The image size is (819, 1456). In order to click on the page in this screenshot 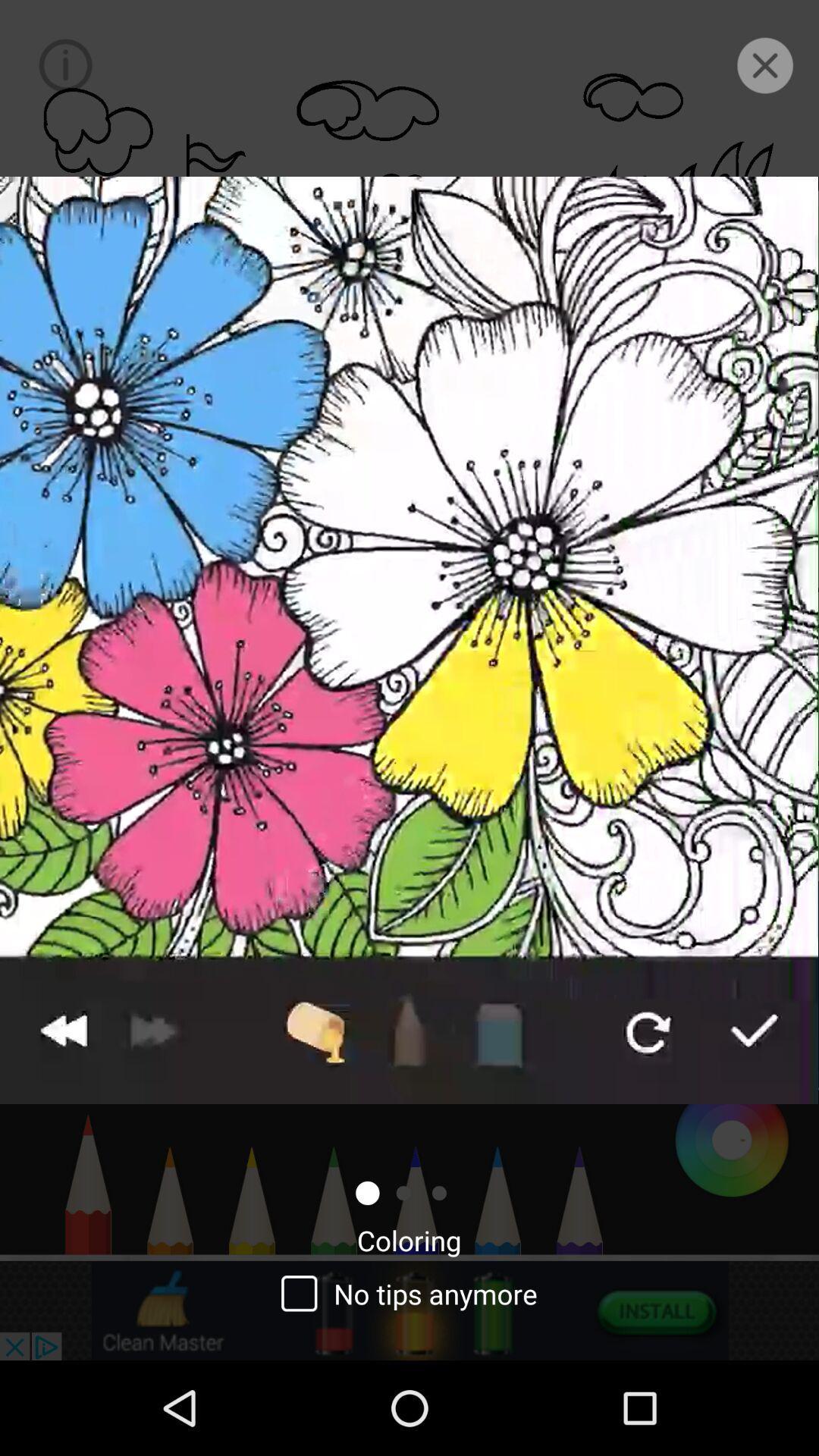, I will do `click(765, 64)`.